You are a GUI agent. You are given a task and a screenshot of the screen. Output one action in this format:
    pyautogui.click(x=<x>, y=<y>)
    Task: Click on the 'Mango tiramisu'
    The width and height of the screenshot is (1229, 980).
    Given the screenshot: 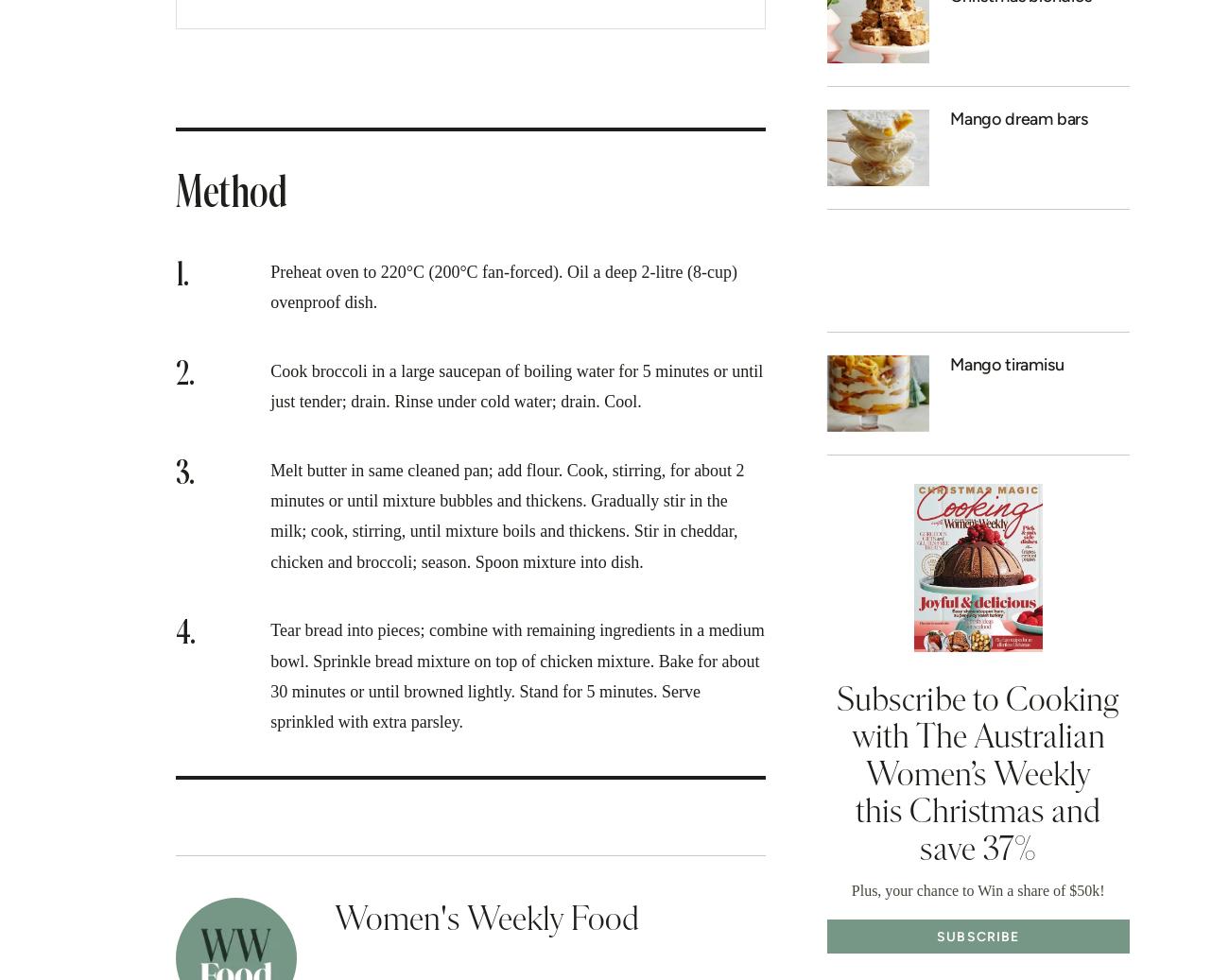 What is the action you would take?
    pyautogui.click(x=1006, y=363)
    